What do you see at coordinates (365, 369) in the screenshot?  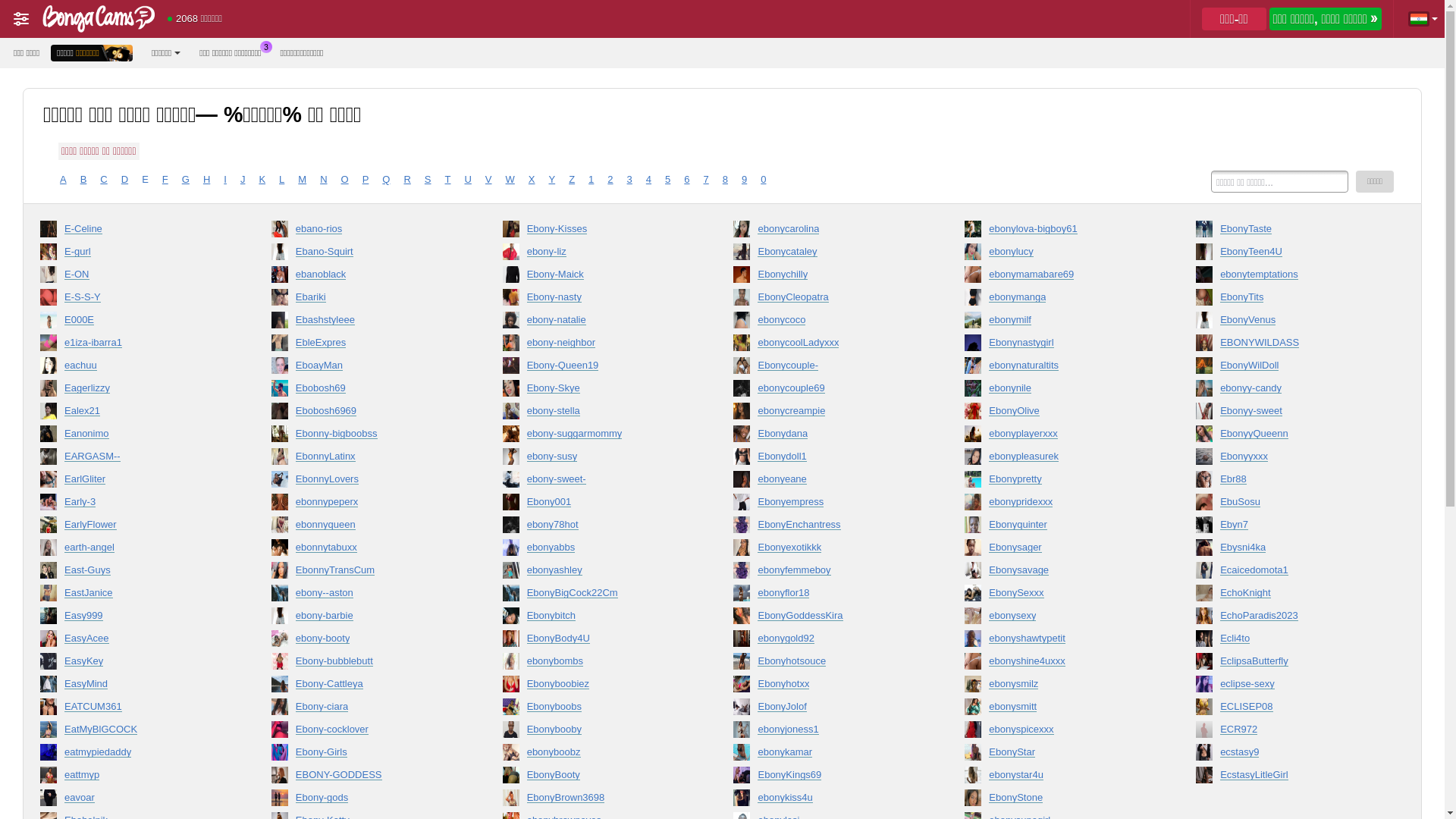 I see `'EboayMan'` at bounding box center [365, 369].